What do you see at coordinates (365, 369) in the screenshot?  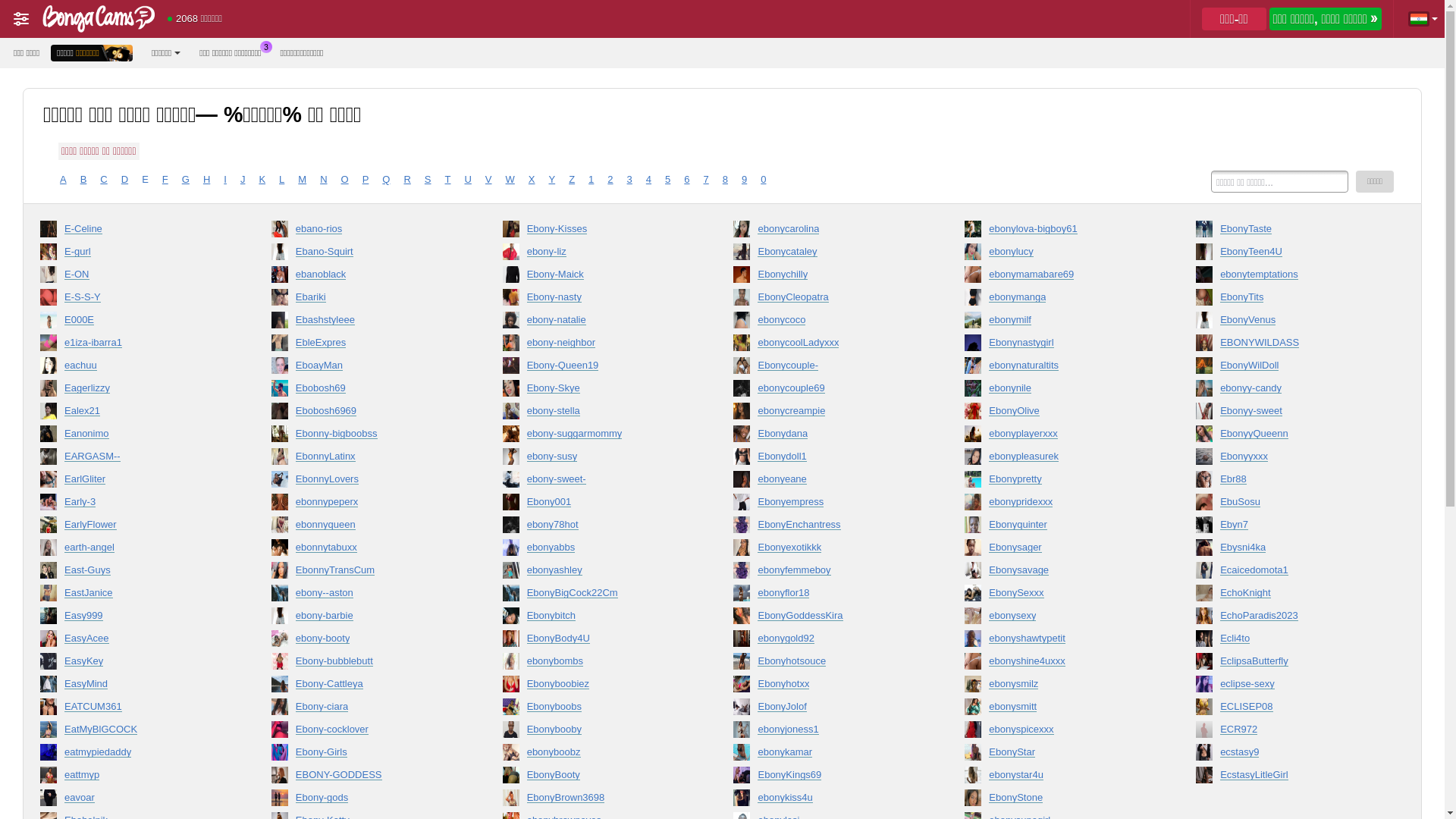 I see `'EboayMan'` at bounding box center [365, 369].